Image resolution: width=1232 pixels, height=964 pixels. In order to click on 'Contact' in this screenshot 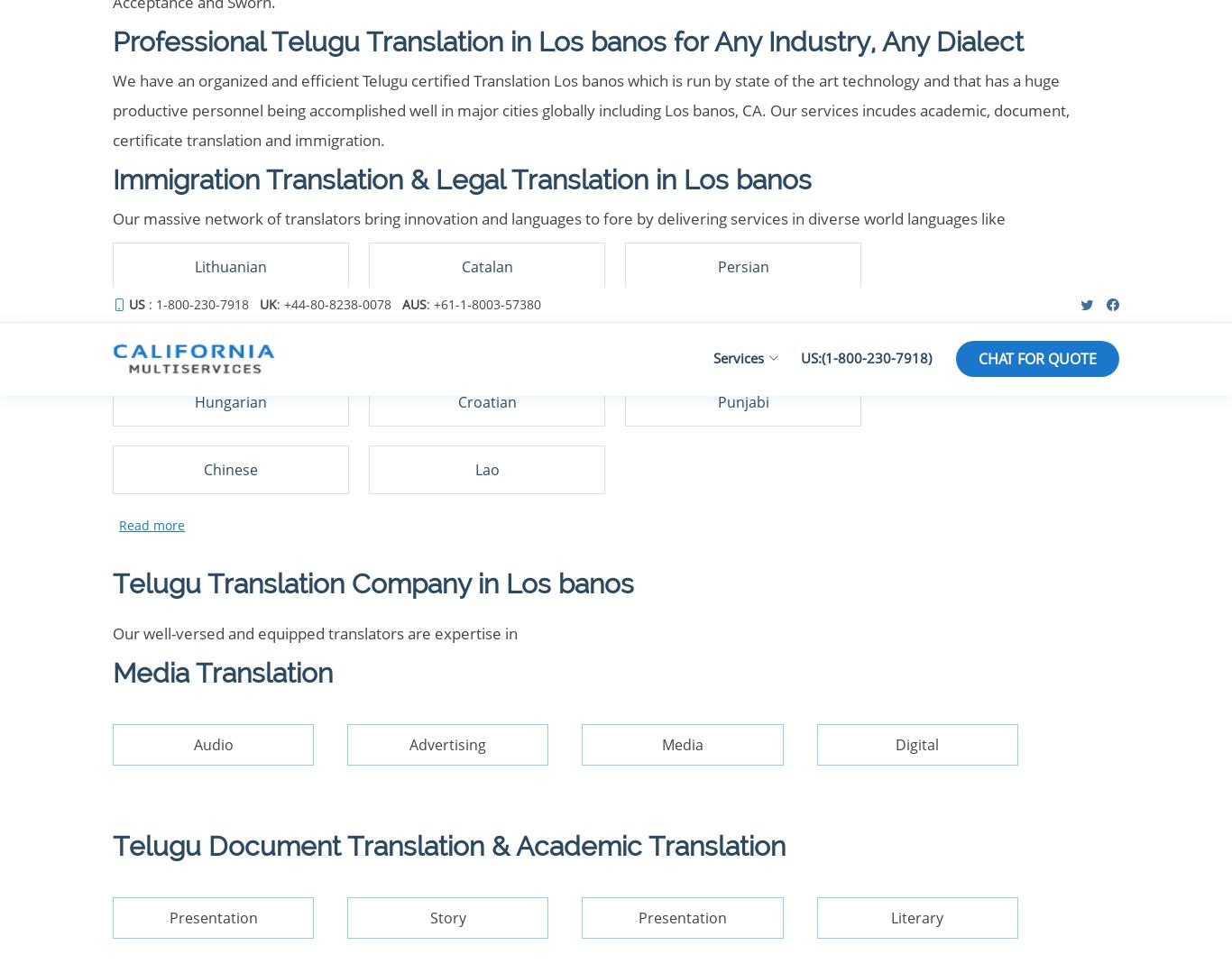, I will do `click(324, 368)`.